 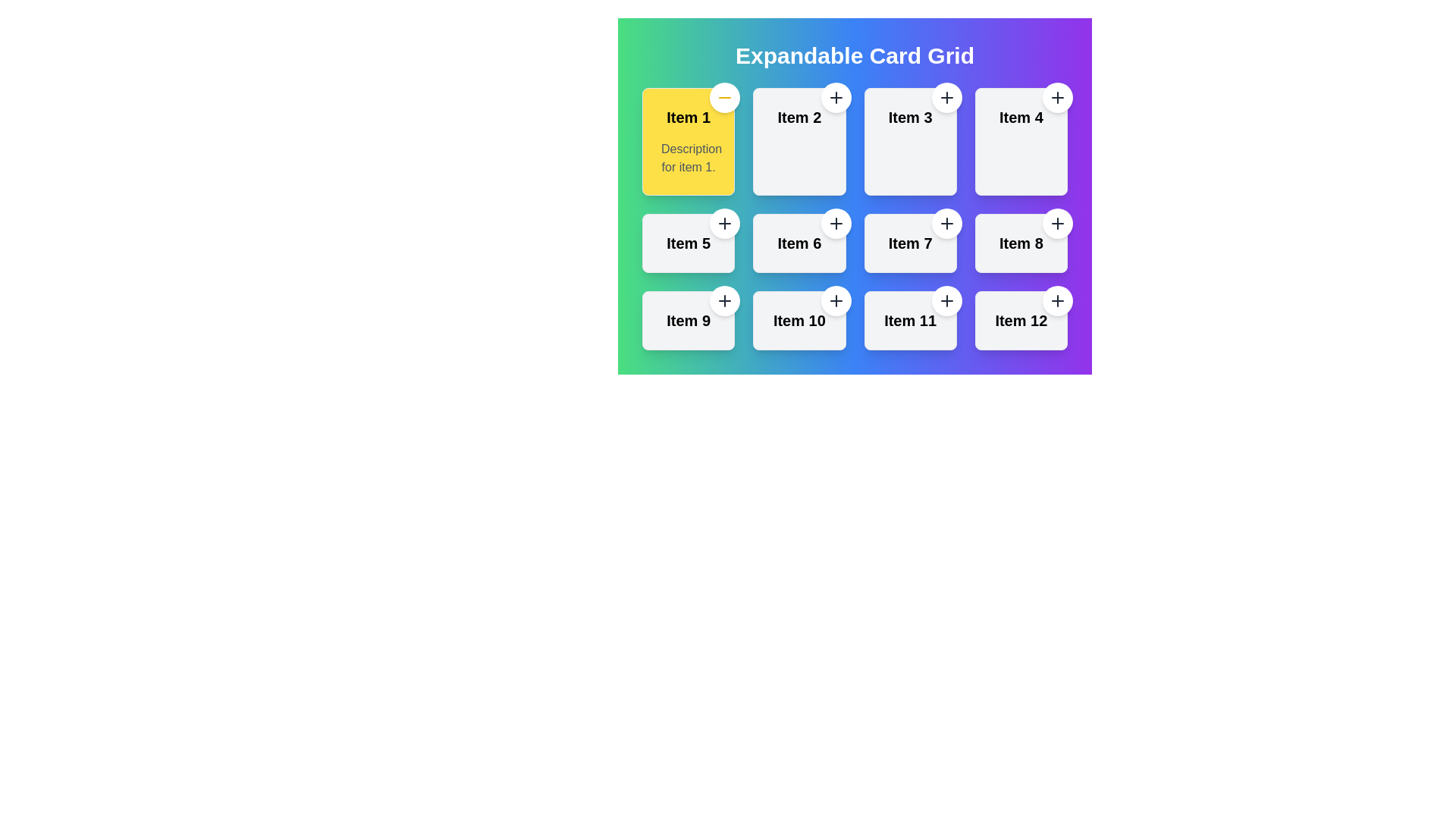 I want to click on the circular button with a white background and a plus sign located at the top-right corner of the card labeled 'Item 5' for keyboard navigation, so click(x=724, y=223).